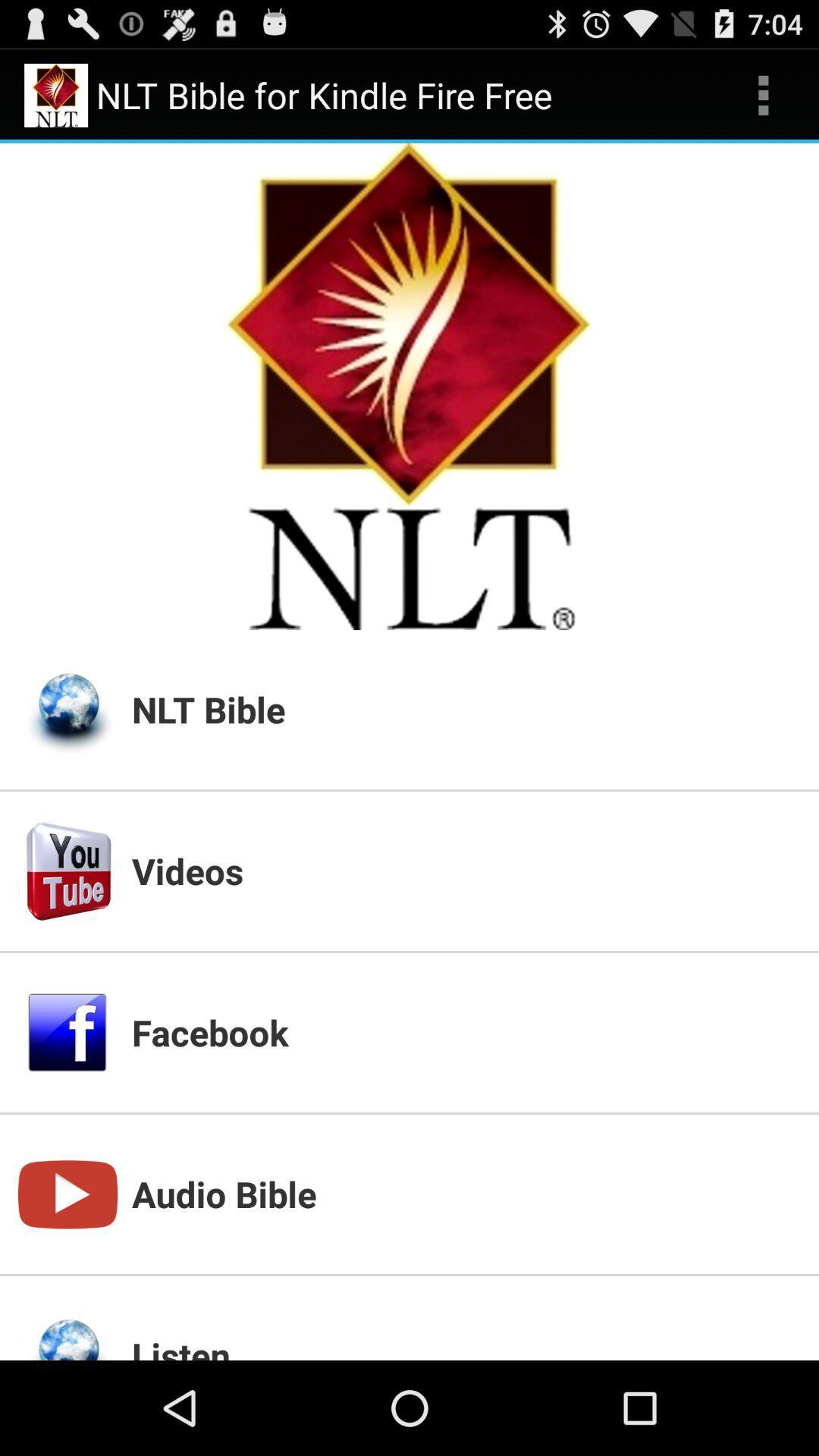 The image size is (819, 1456). What do you see at coordinates (465, 1031) in the screenshot?
I see `the app above the audio bible icon` at bounding box center [465, 1031].